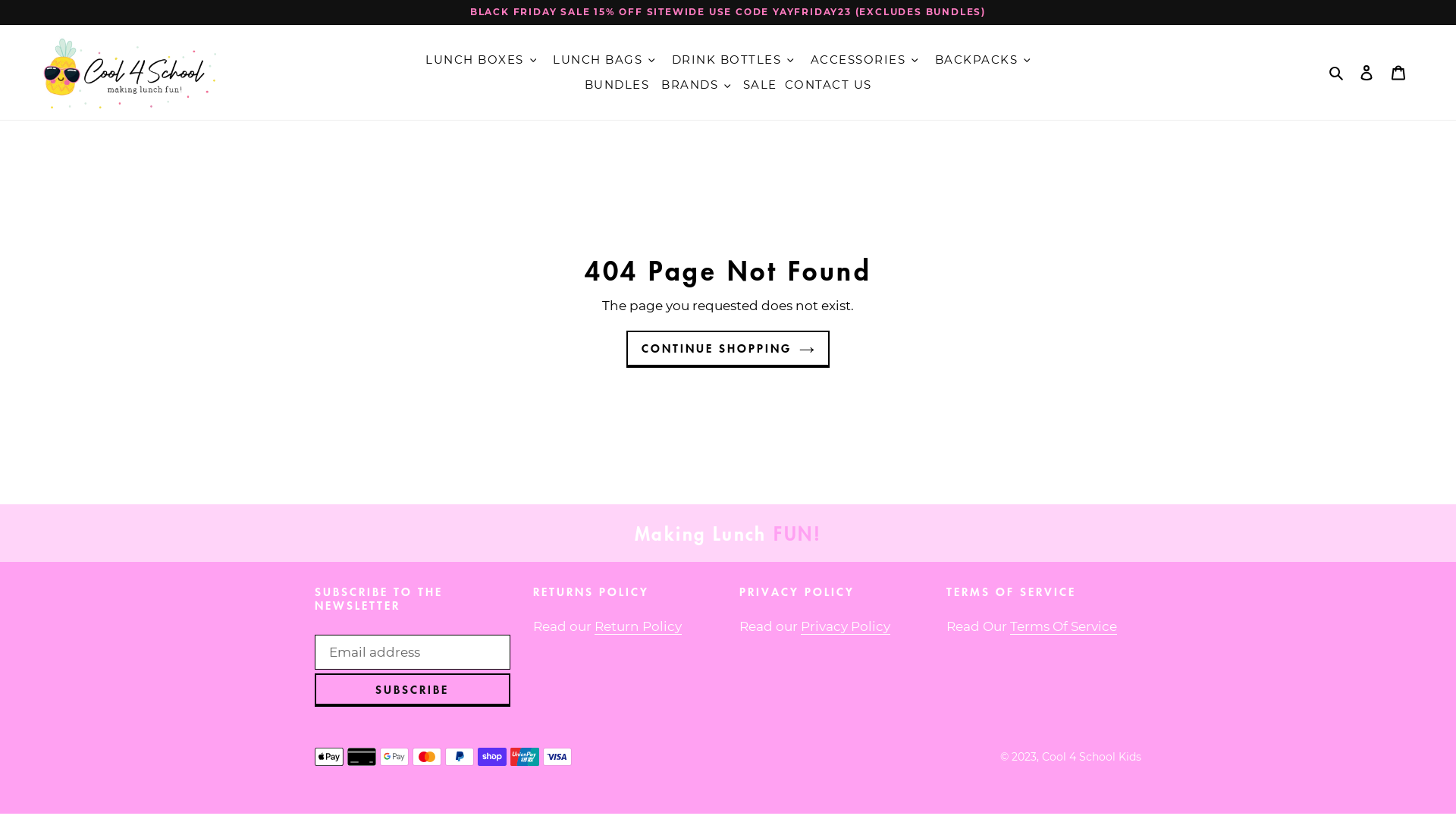 The image size is (1456, 819). What do you see at coordinates (742, 85) in the screenshot?
I see `'SALE'` at bounding box center [742, 85].